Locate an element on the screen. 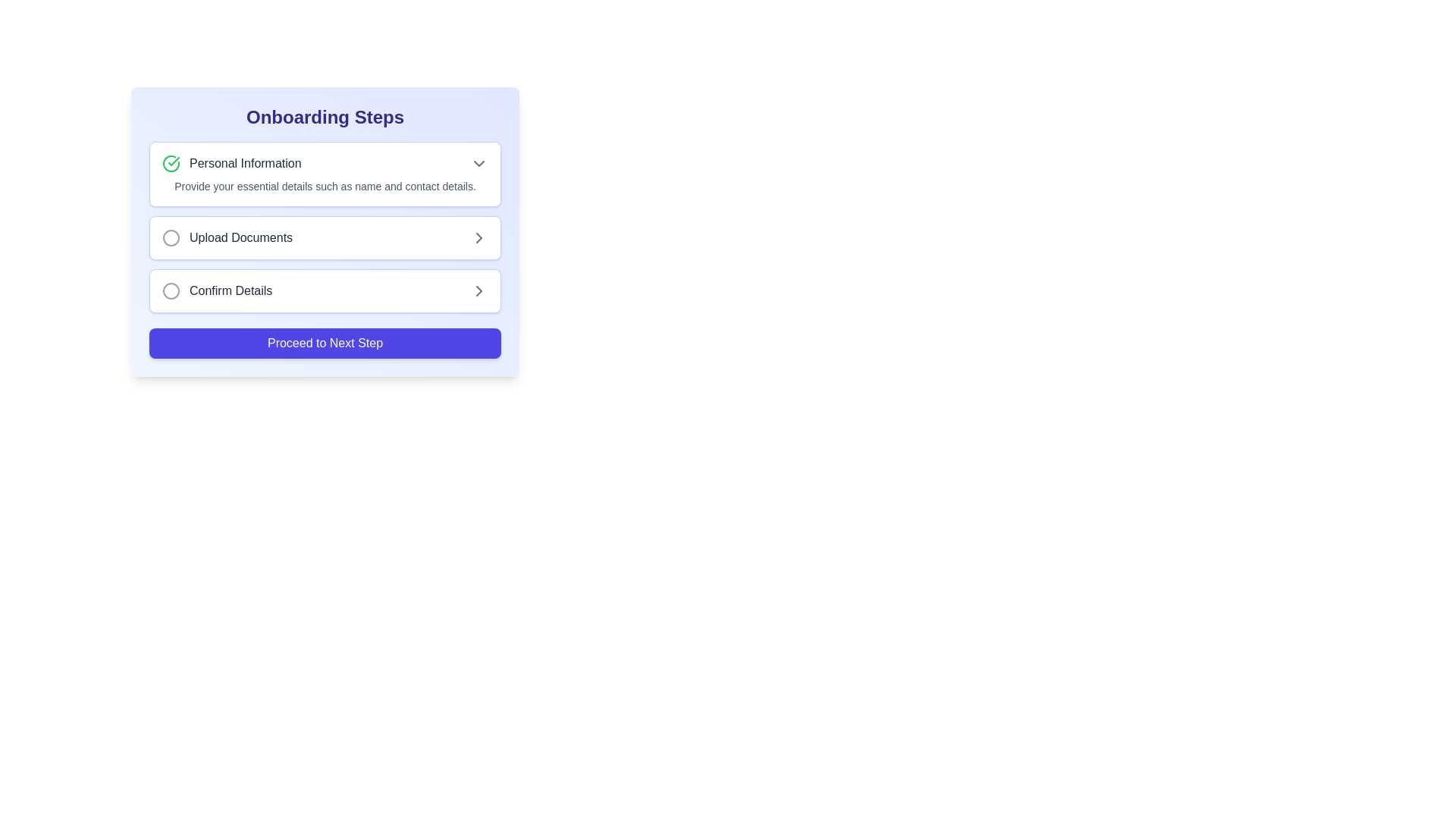  the chevron icon located at the far-right side of the 'Upload Documents' section to proceed or expand the section is located at coordinates (479, 237).